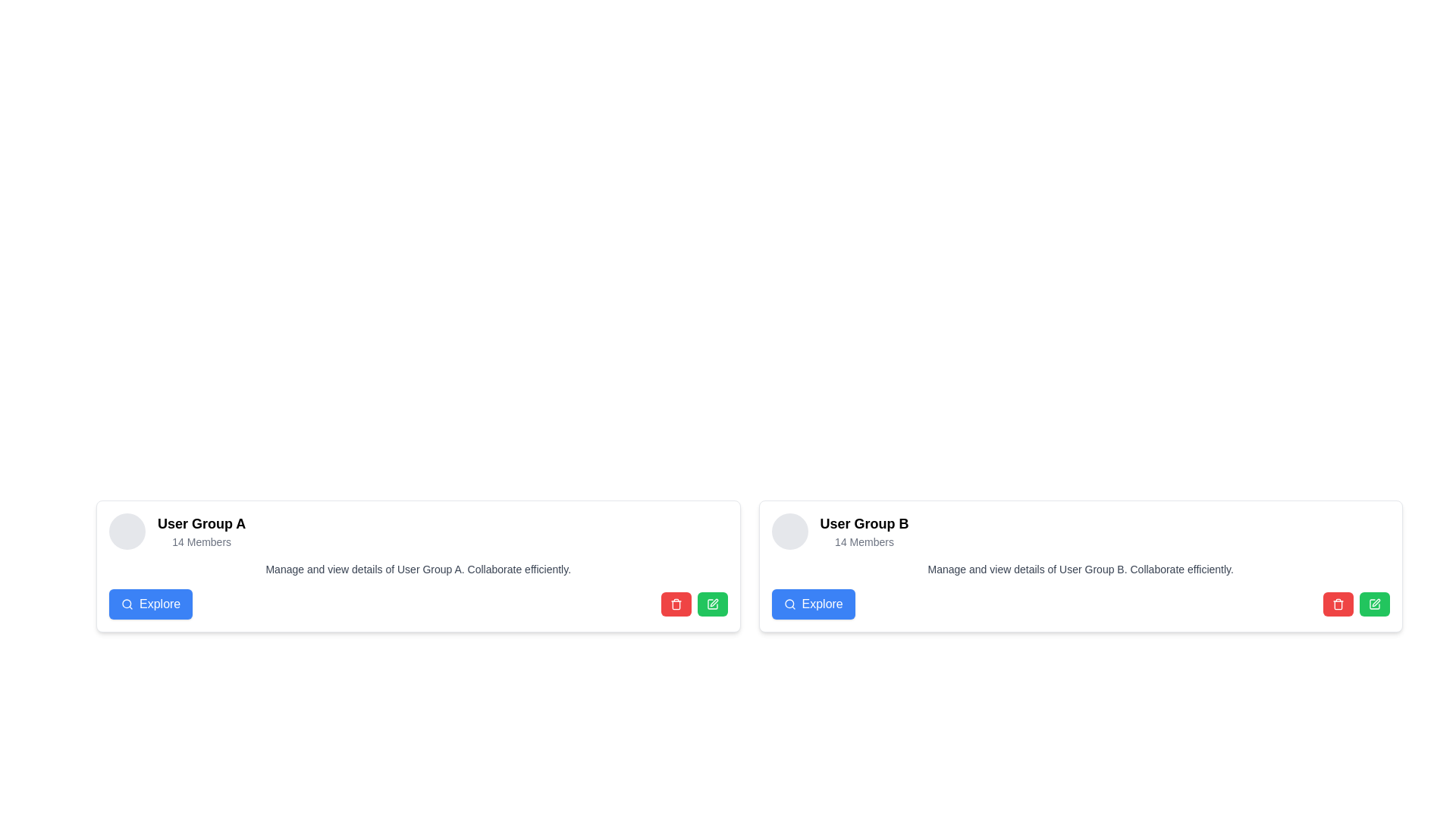  I want to click on the edit button located at the bottom-right corner of the card for 'User Group A', which is placed immediately to the right of the 'Explore' blue button, so click(693, 604).